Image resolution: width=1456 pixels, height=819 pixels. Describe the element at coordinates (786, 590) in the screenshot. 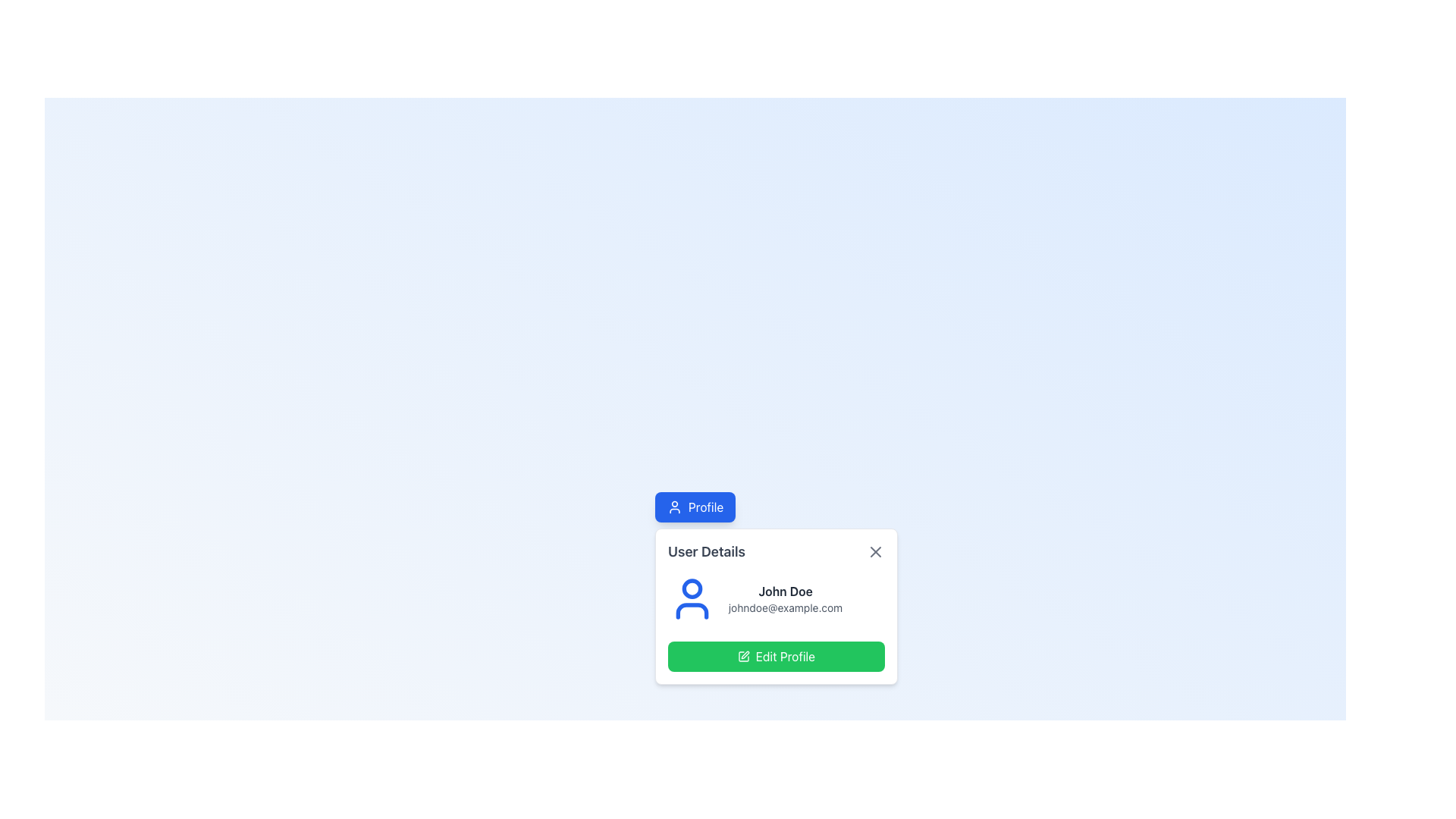

I see `text displayed in the user name label located in the 'User Details' card, positioned above the email address label and next to the user icon` at that location.